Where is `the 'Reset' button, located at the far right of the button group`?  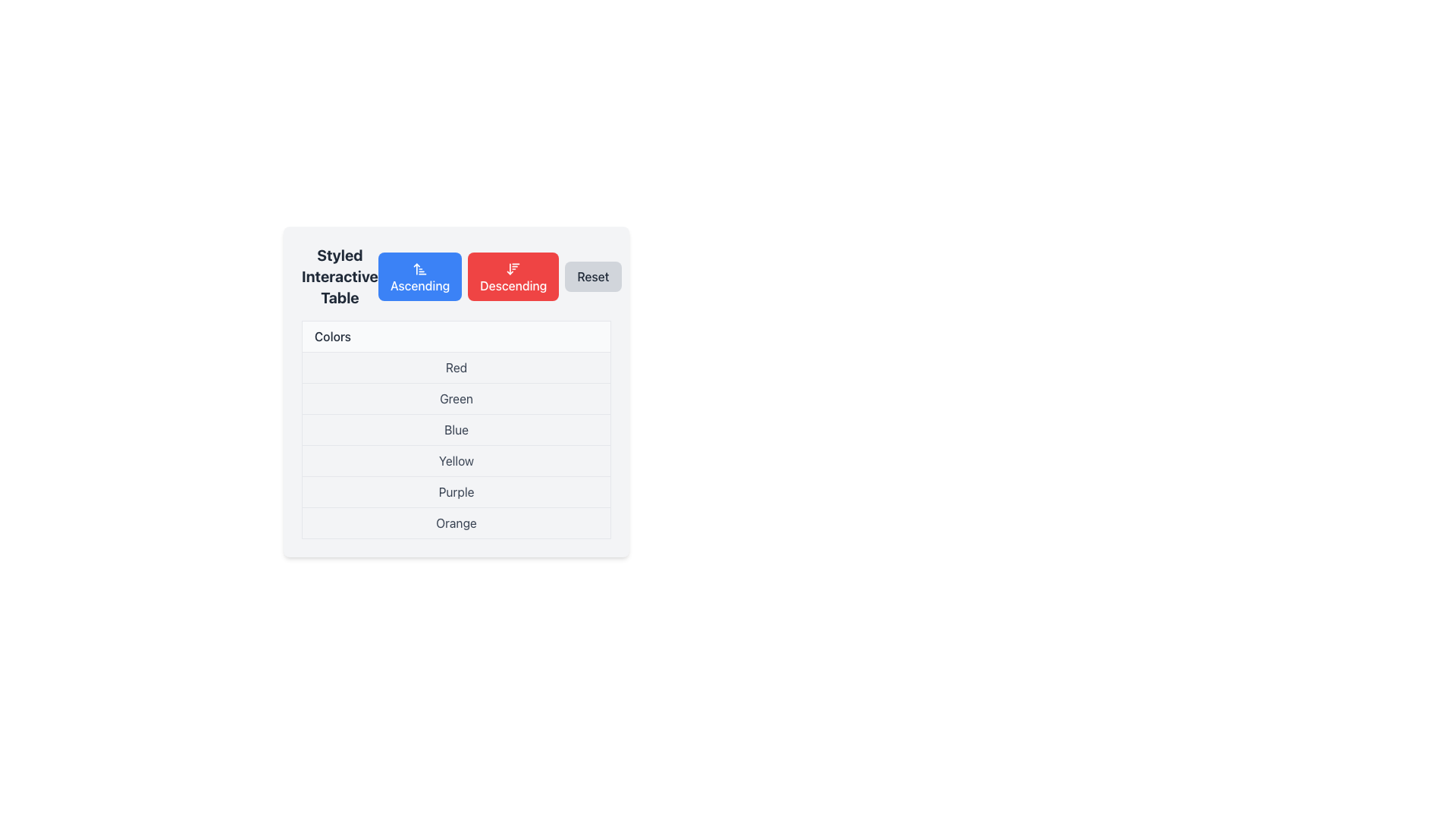
the 'Reset' button, located at the far right of the button group is located at coordinates (592, 277).